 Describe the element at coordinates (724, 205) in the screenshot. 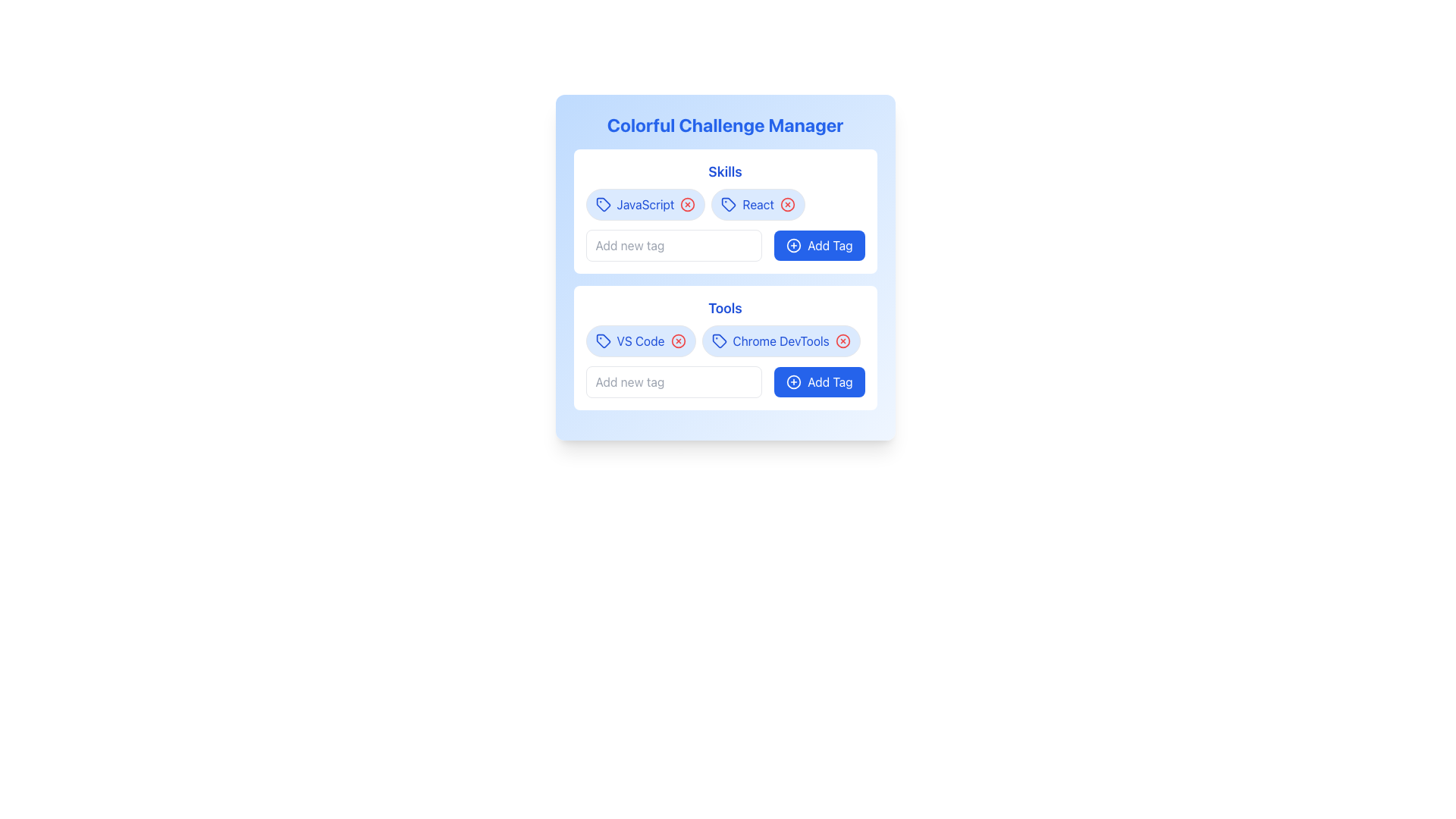

I see `the group of removable skills tags located below the 'Skills' title text, which contains two badges in a horizontal layout` at that location.